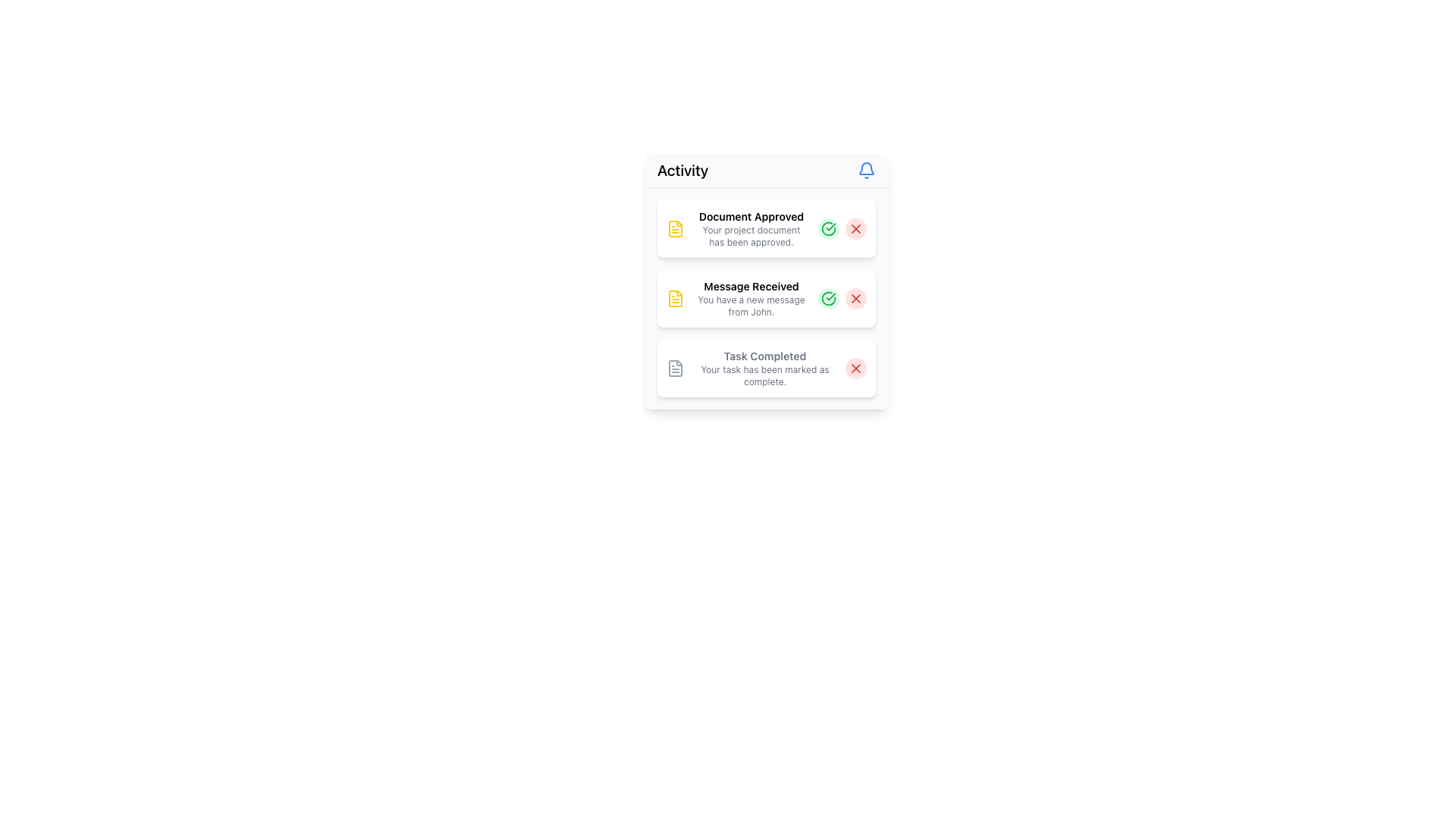 The width and height of the screenshot is (1456, 819). I want to click on the dismissal button located at the bottom-right corner of the notification card displaying 'Task Completed', so click(855, 369).